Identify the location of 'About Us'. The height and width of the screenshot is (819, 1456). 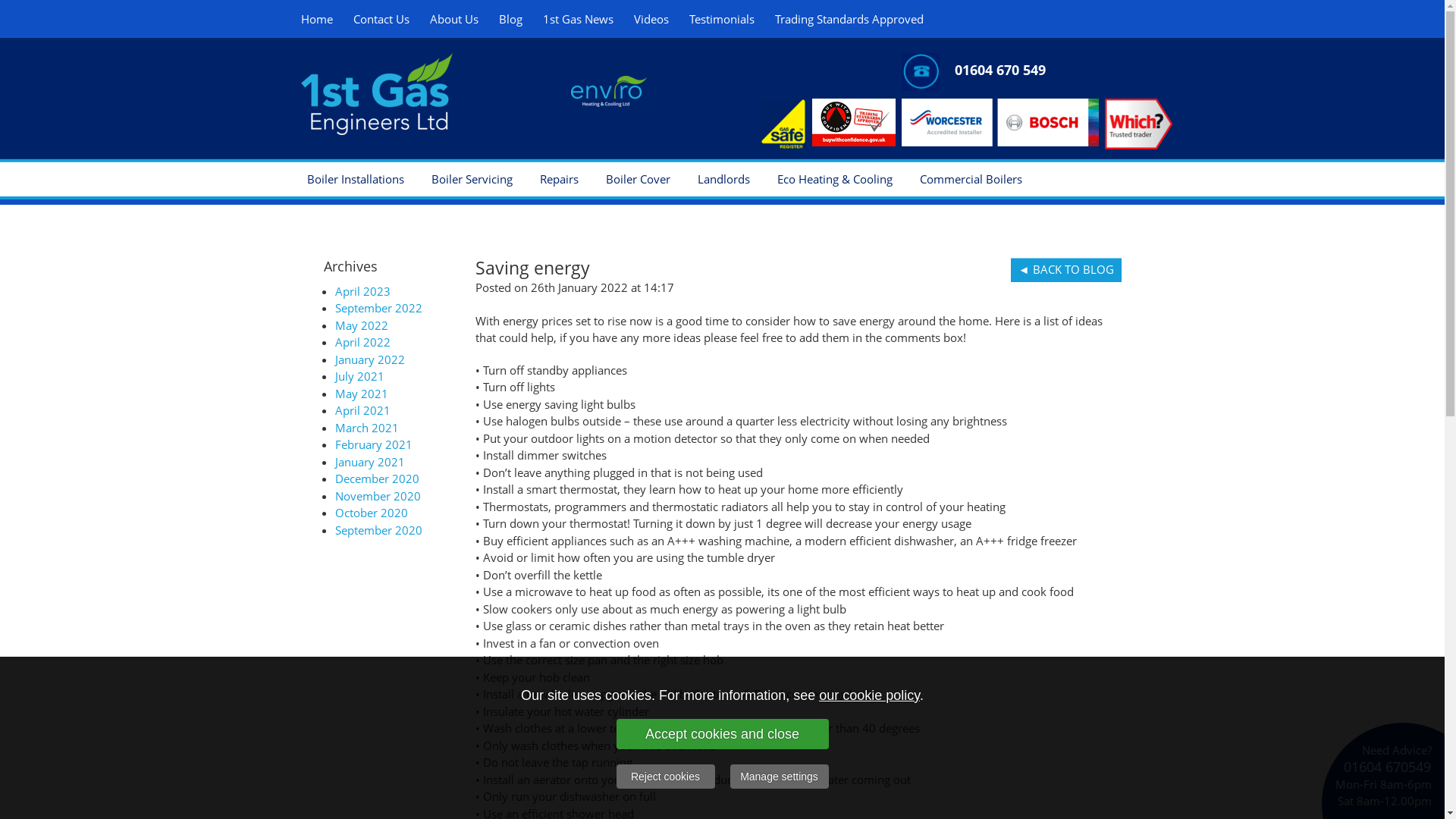
(453, 18).